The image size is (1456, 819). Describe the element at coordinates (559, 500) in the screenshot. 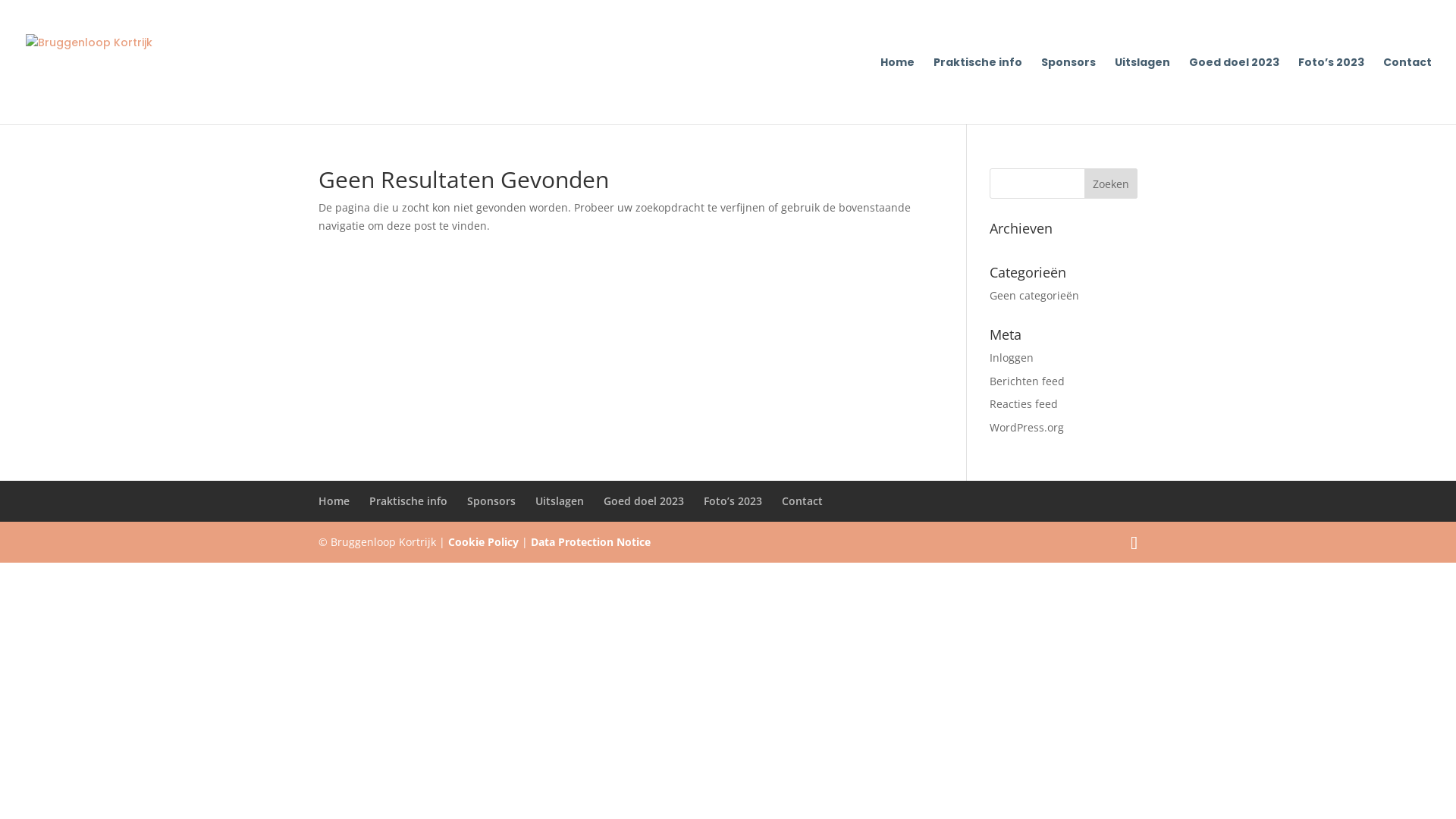

I see `'Uitslagen'` at that location.